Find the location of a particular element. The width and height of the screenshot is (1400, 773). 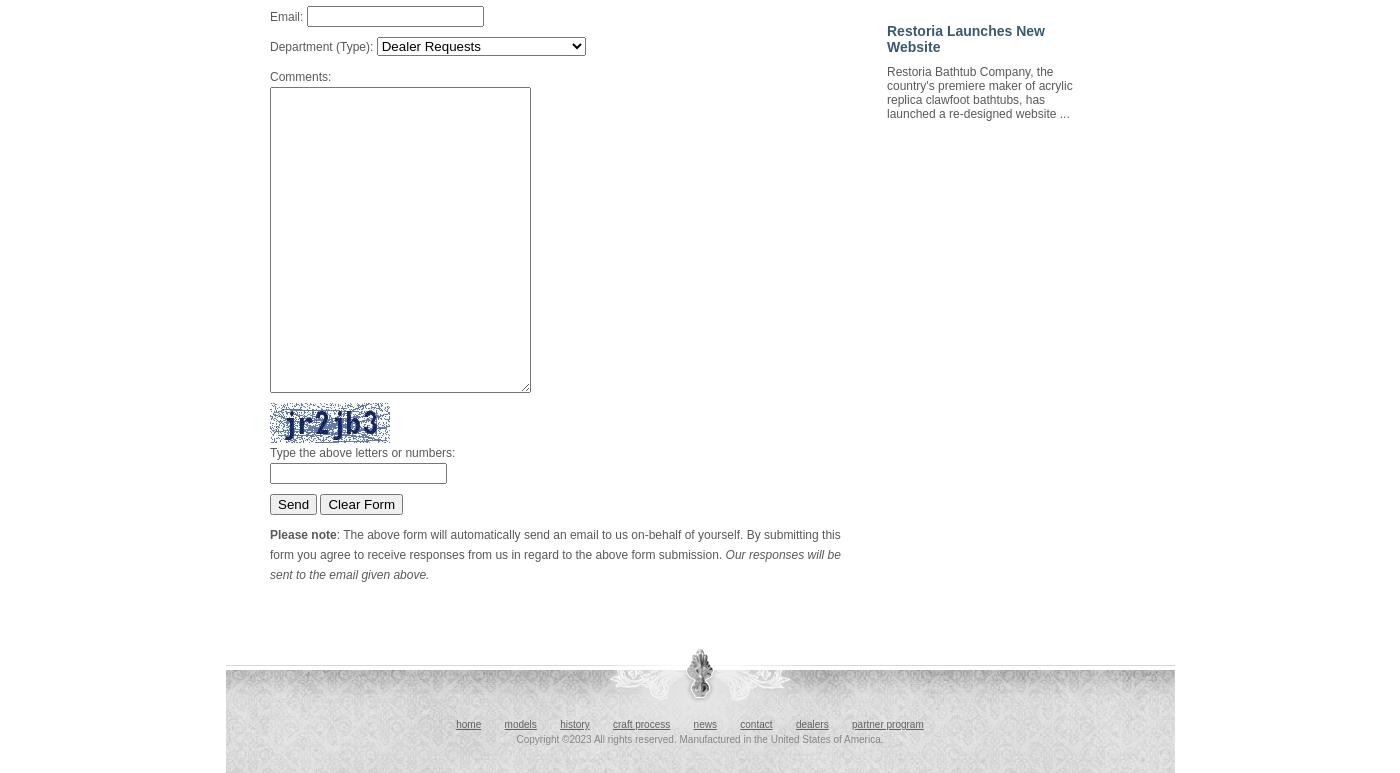

'dealers' is located at coordinates (811, 724).